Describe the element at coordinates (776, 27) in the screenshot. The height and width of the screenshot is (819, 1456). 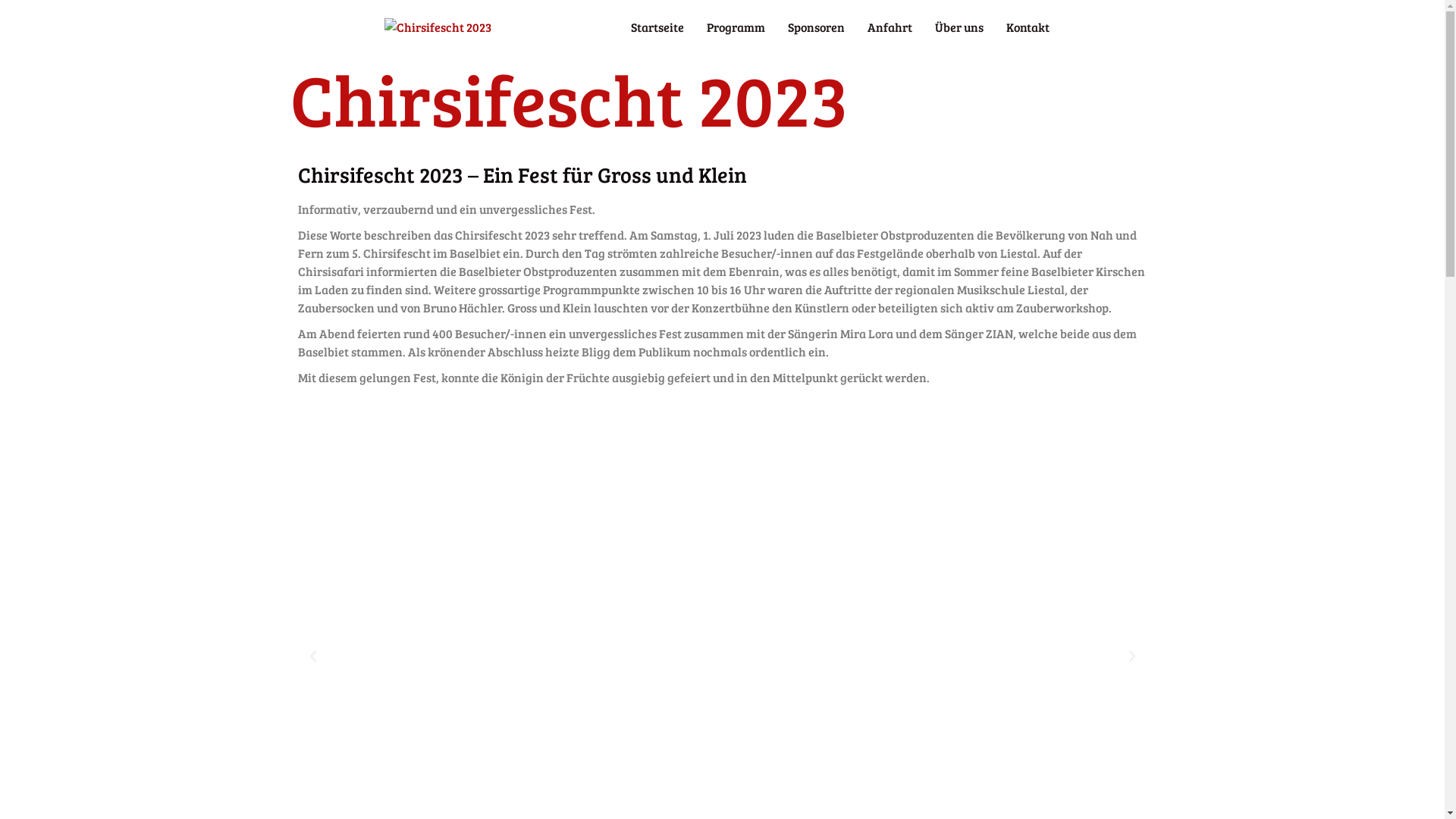
I see `'Sponsoren'` at that location.